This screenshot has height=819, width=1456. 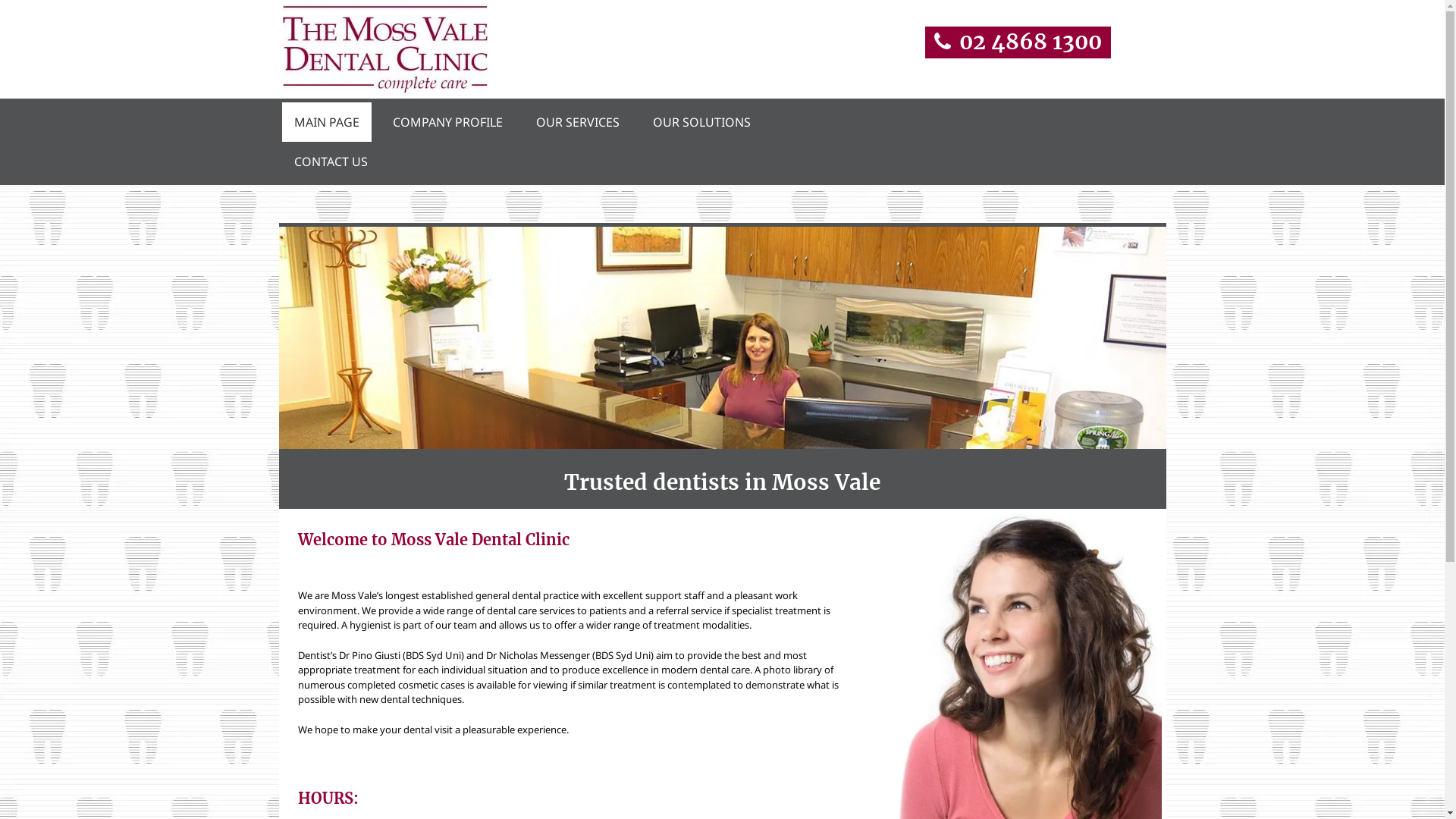 What do you see at coordinates (447, 121) in the screenshot?
I see `'COMPANY PROFILE'` at bounding box center [447, 121].